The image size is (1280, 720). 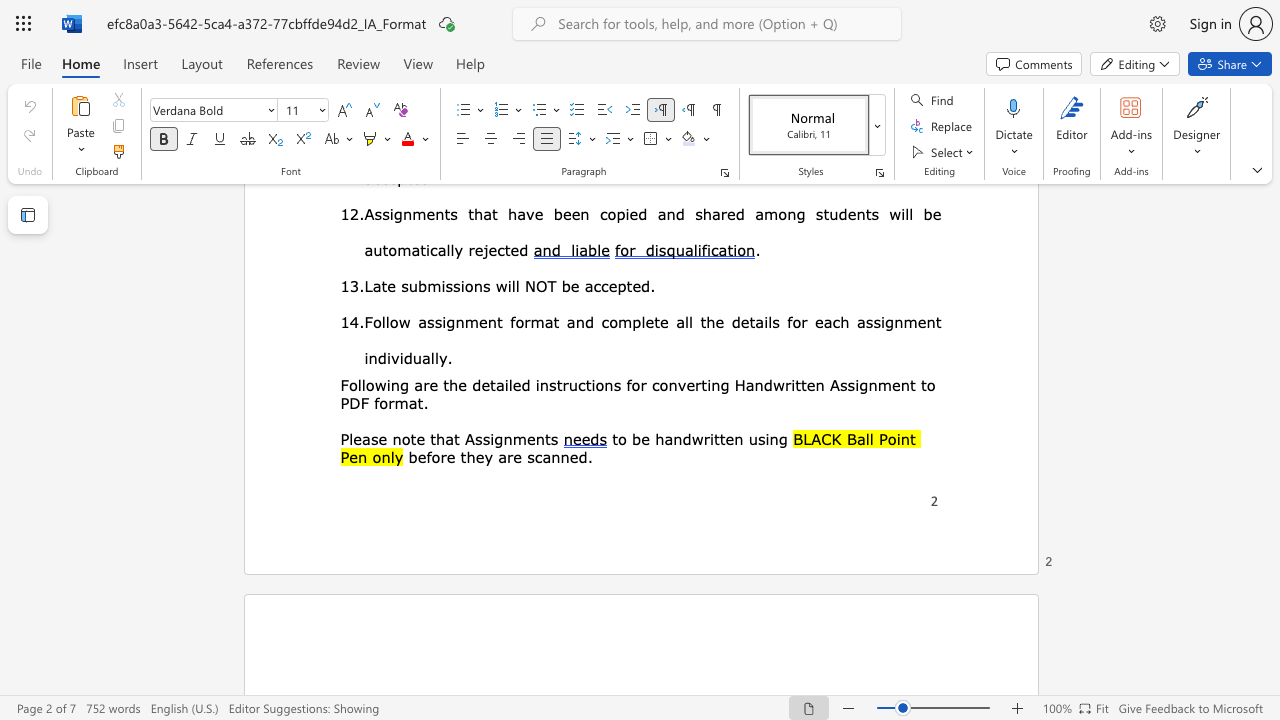 I want to click on the subset text "o be handwr" within the text "to be handwritten using", so click(x=617, y=437).